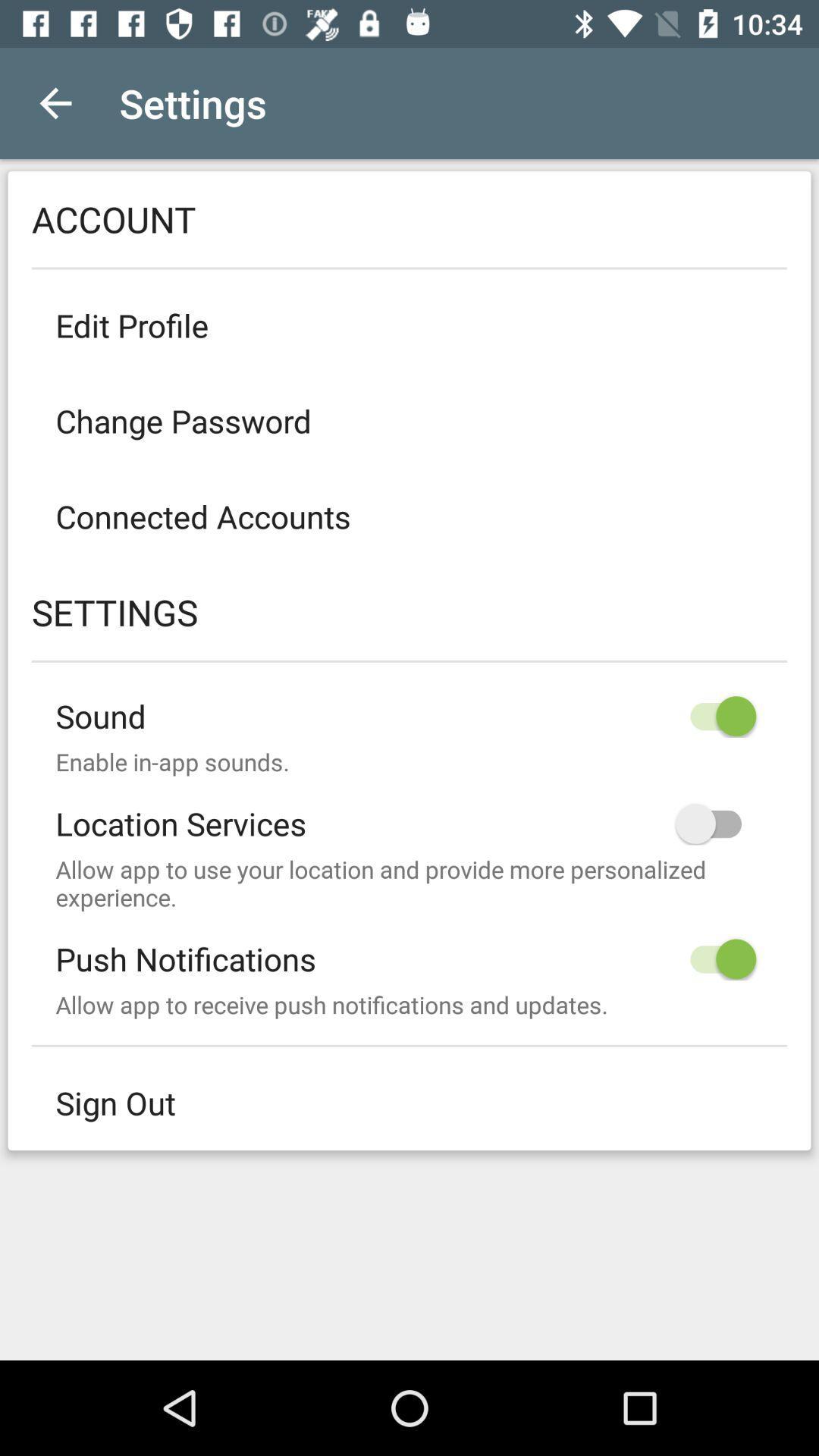 This screenshot has height=1456, width=819. I want to click on item above the account, so click(55, 102).